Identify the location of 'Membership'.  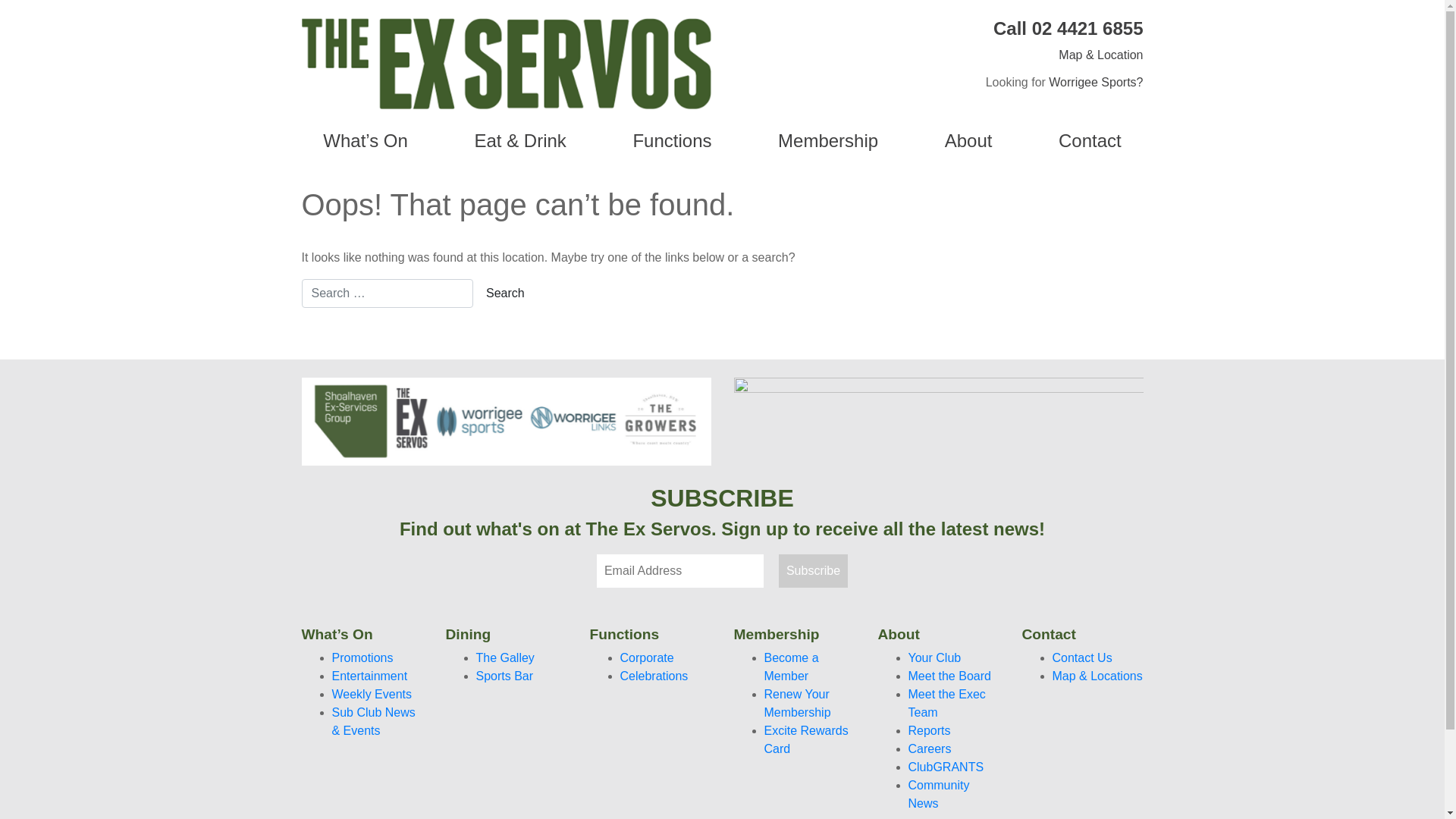
(827, 140).